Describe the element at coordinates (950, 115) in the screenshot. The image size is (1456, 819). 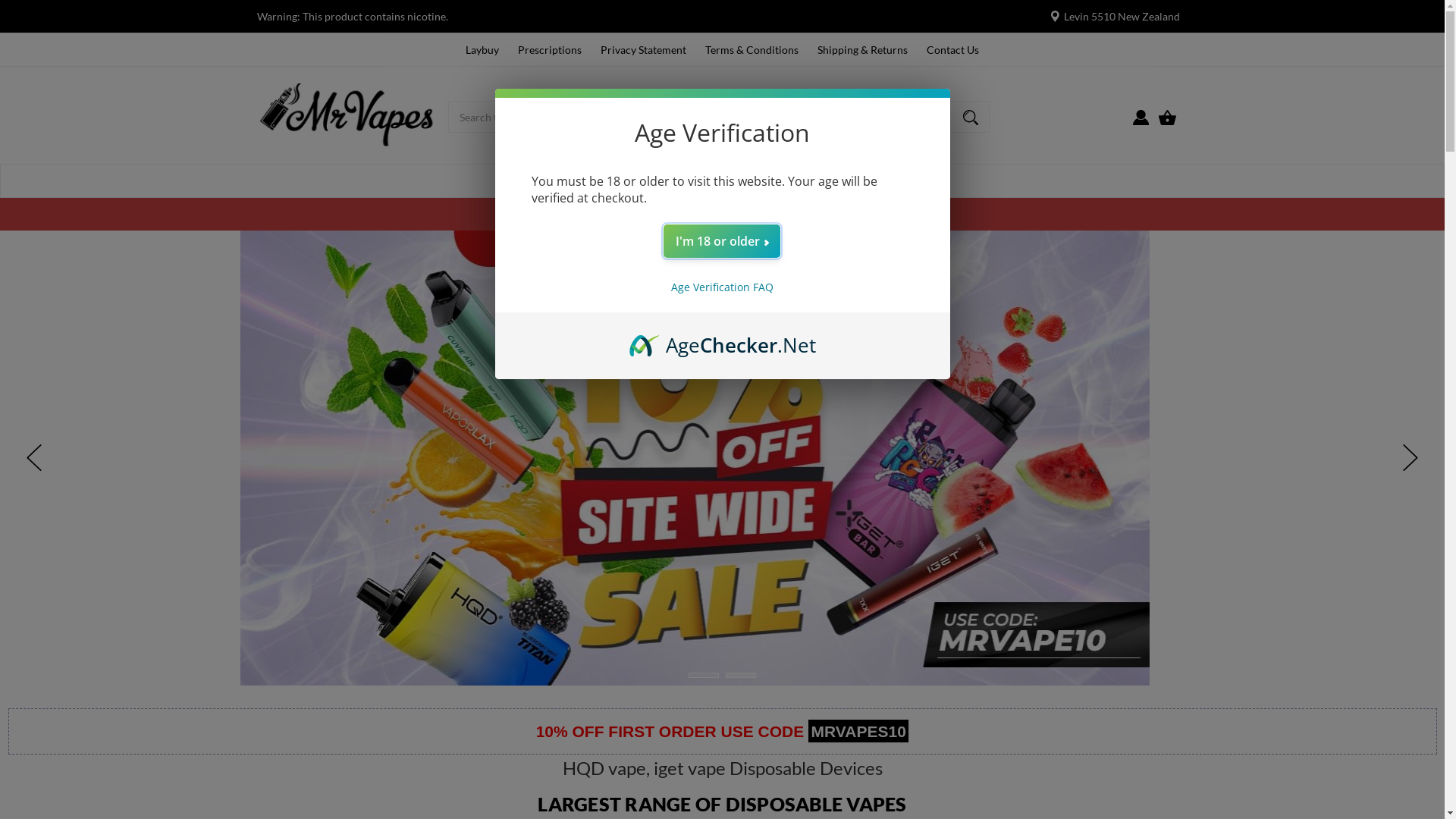
I see `'Magnifying glass image Large red circle with a black border'` at that location.